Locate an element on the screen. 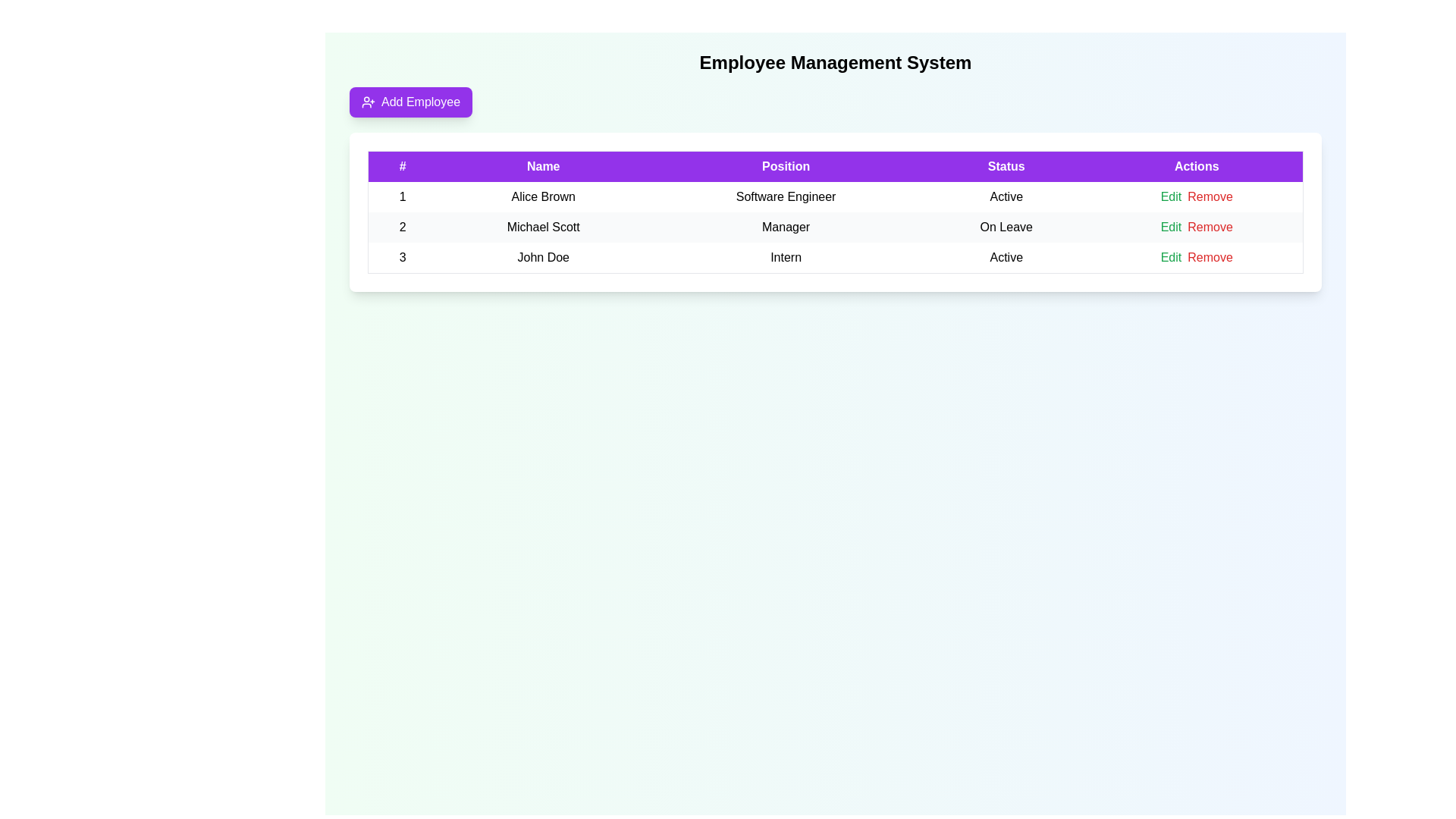 This screenshot has width=1456, height=819. the 'Remove' link in the last row of the table under the 'Actions' column is located at coordinates (1210, 256).